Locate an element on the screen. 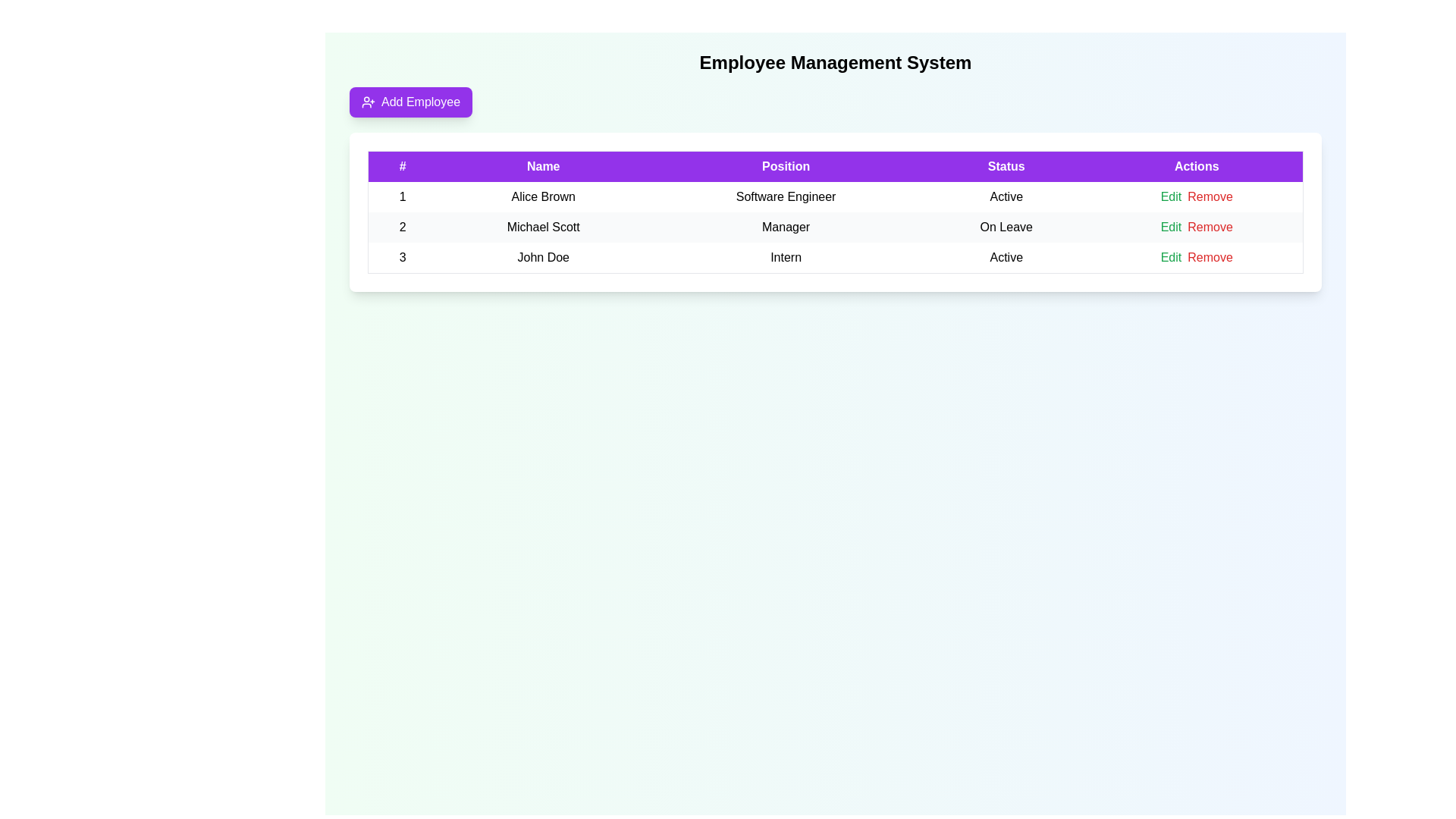 This screenshot has width=1456, height=819. the 'Remove' link in the last row of the table under the 'Actions' column is located at coordinates (1210, 256).